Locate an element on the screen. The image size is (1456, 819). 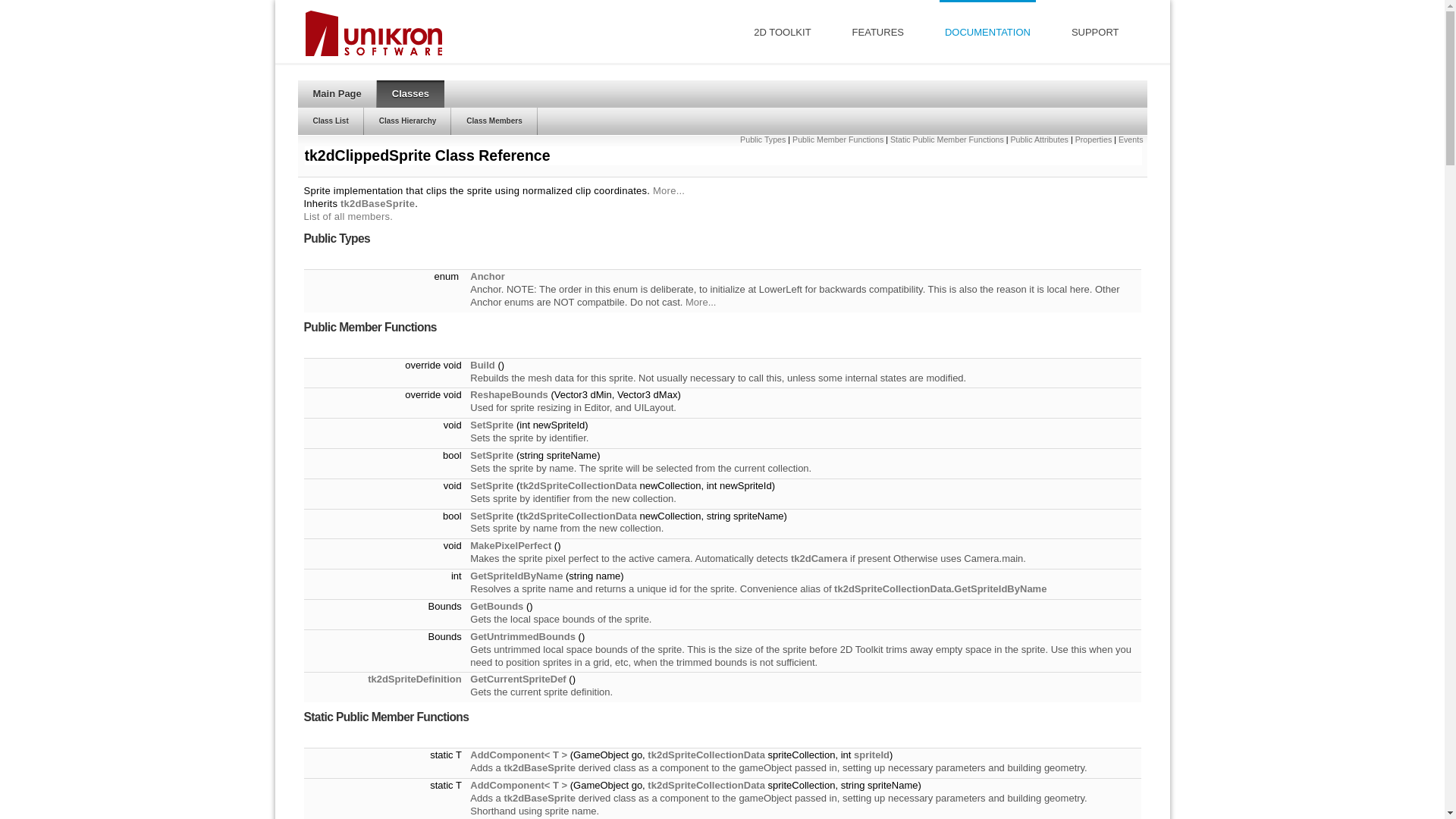
'FEATURES' is located at coordinates (877, 31).